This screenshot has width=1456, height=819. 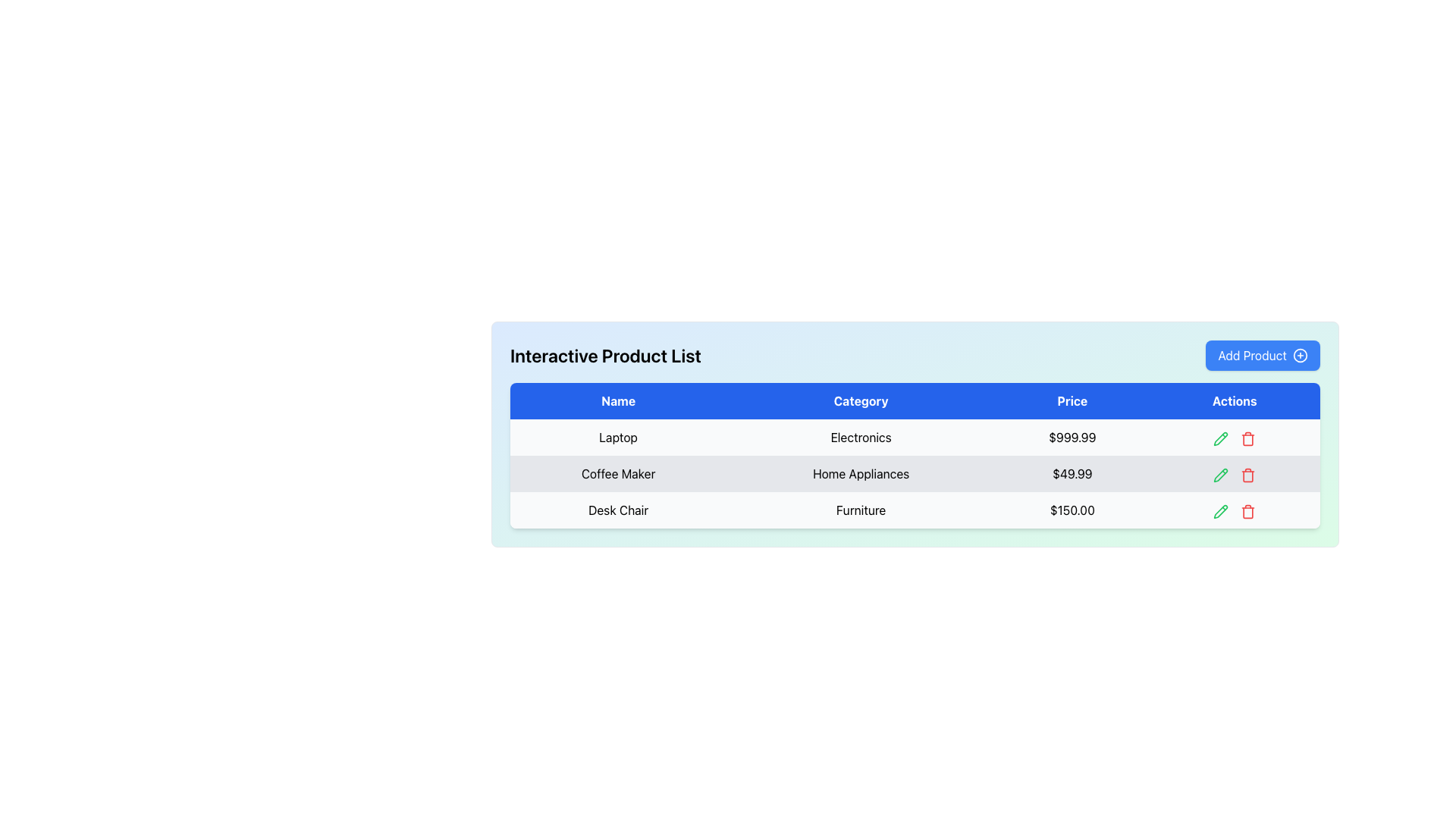 I want to click on the edit button icon located in the 'Actions' column of the second row of the table, so click(x=1221, y=472).